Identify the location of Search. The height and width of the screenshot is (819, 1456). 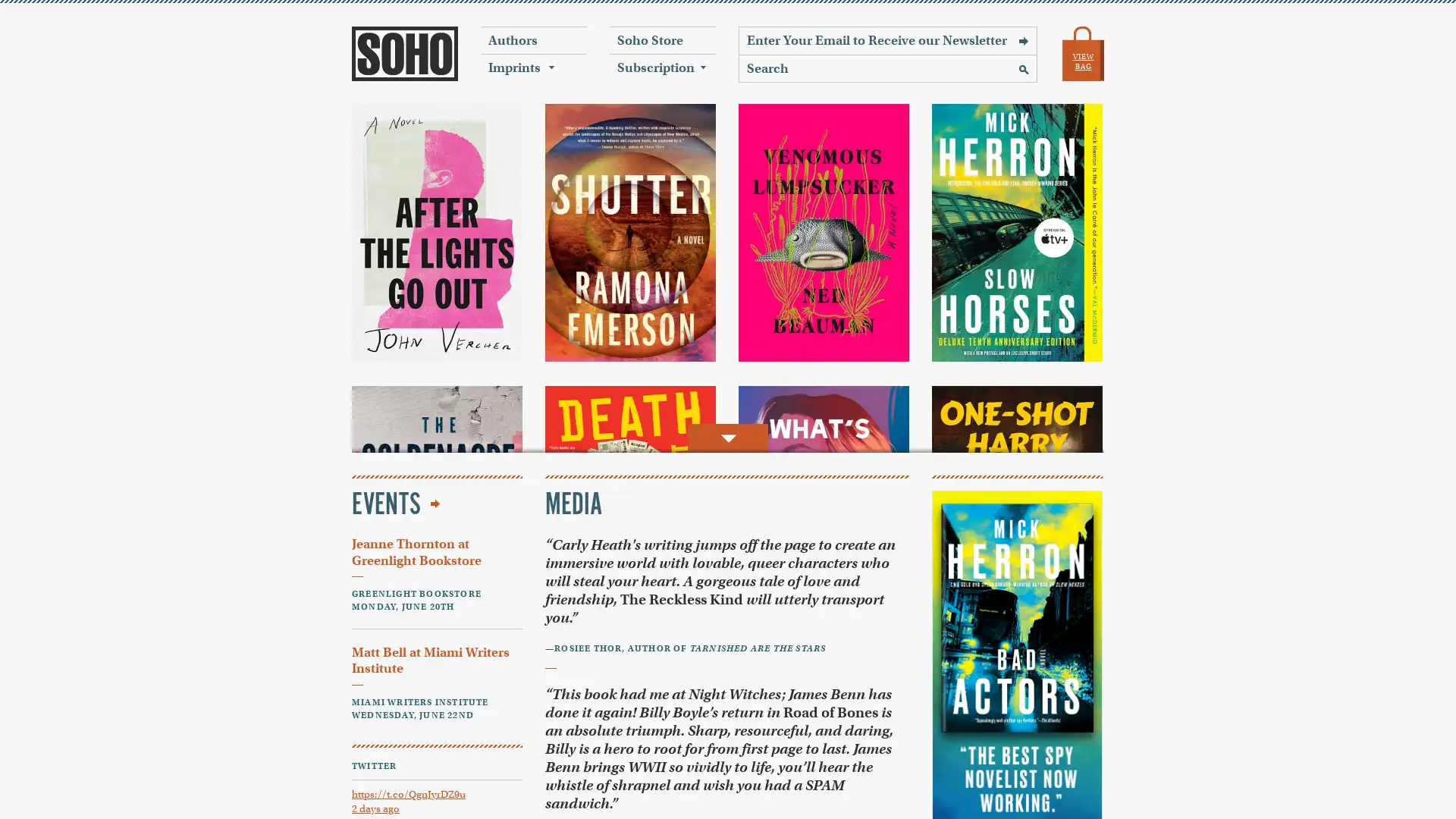
(1023, 67).